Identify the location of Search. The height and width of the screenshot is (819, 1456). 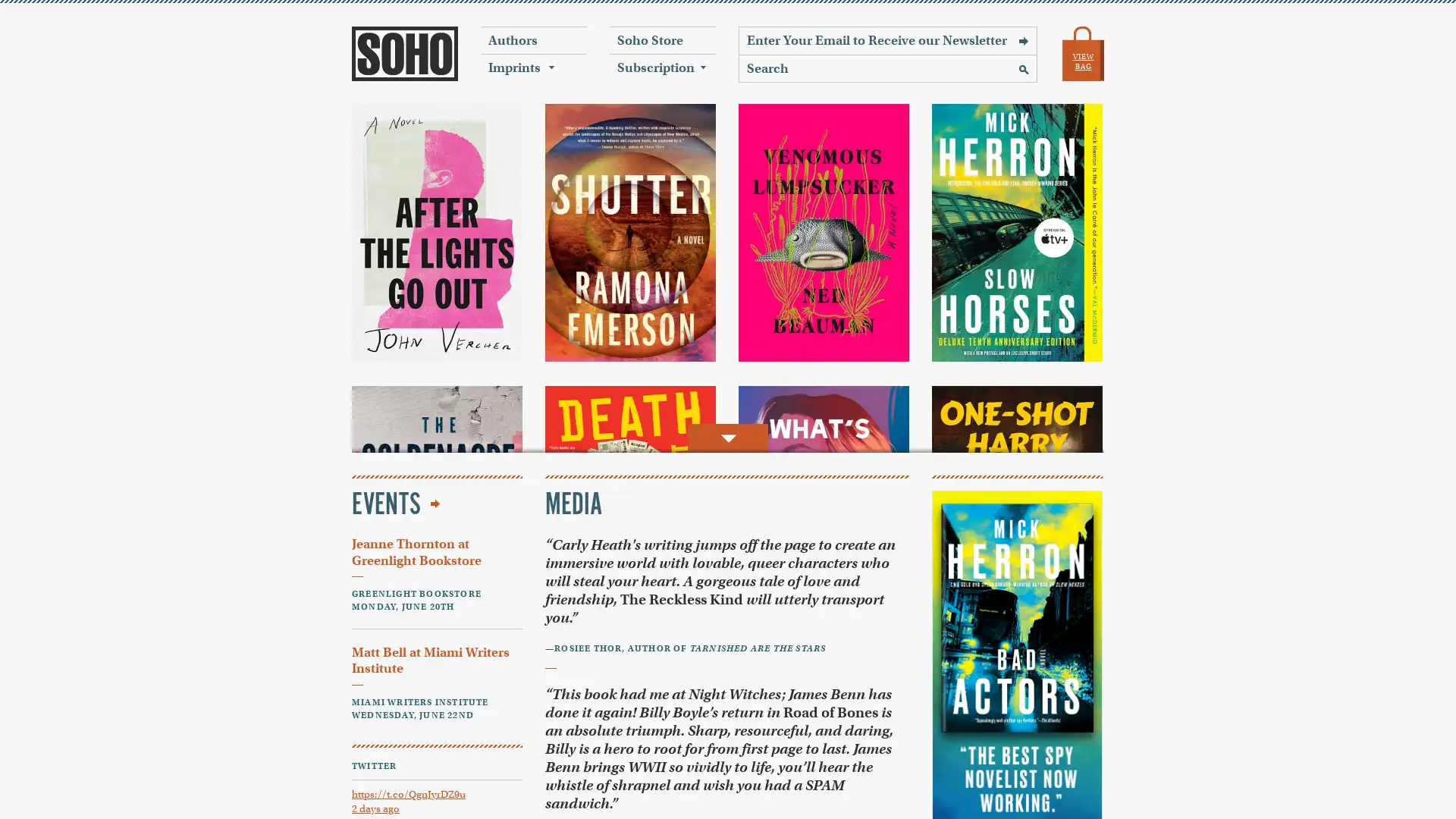
(1023, 67).